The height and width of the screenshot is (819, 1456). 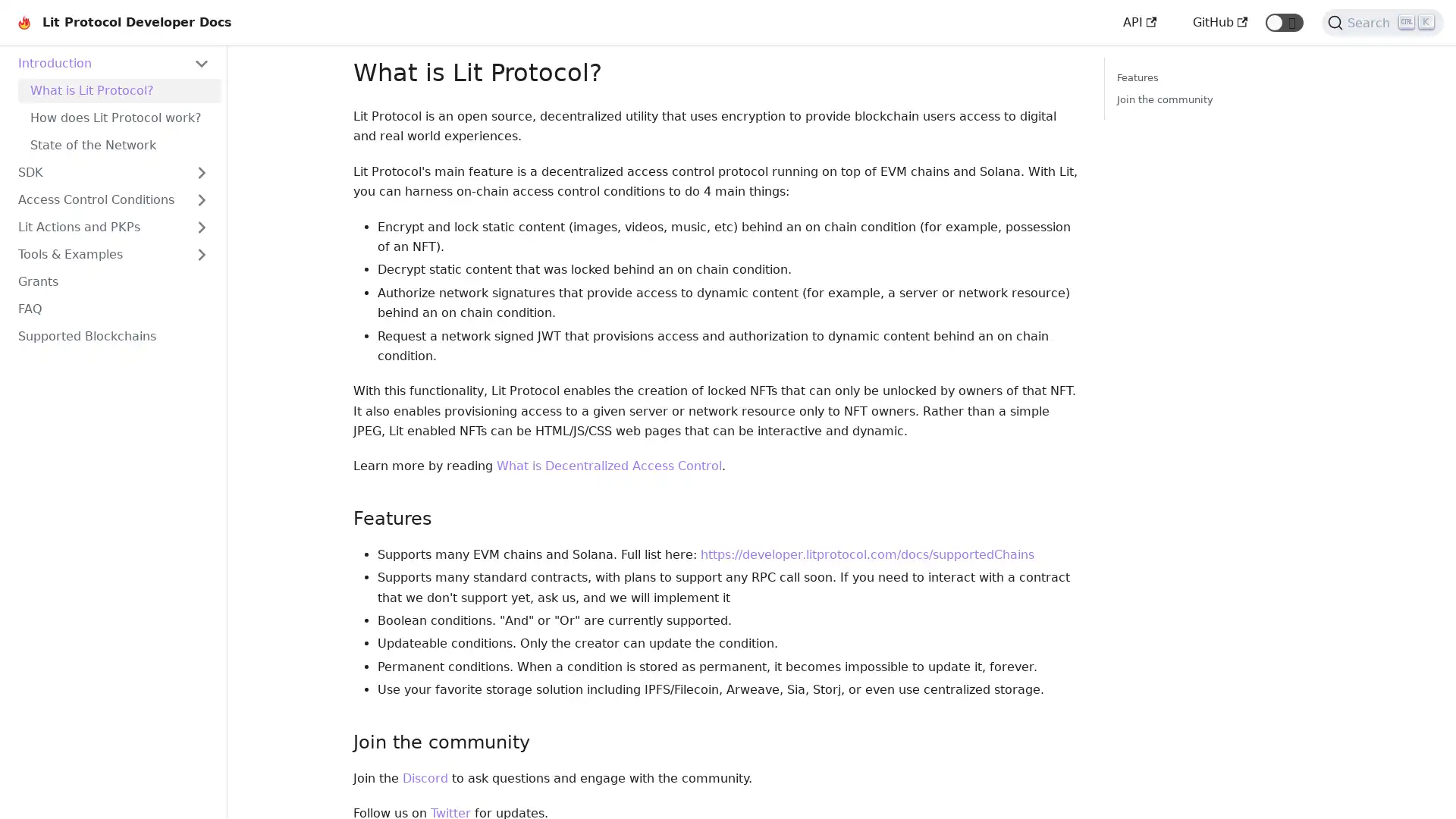 What do you see at coordinates (1382, 23) in the screenshot?
I see `Search` at bounding box center [1382, 23].